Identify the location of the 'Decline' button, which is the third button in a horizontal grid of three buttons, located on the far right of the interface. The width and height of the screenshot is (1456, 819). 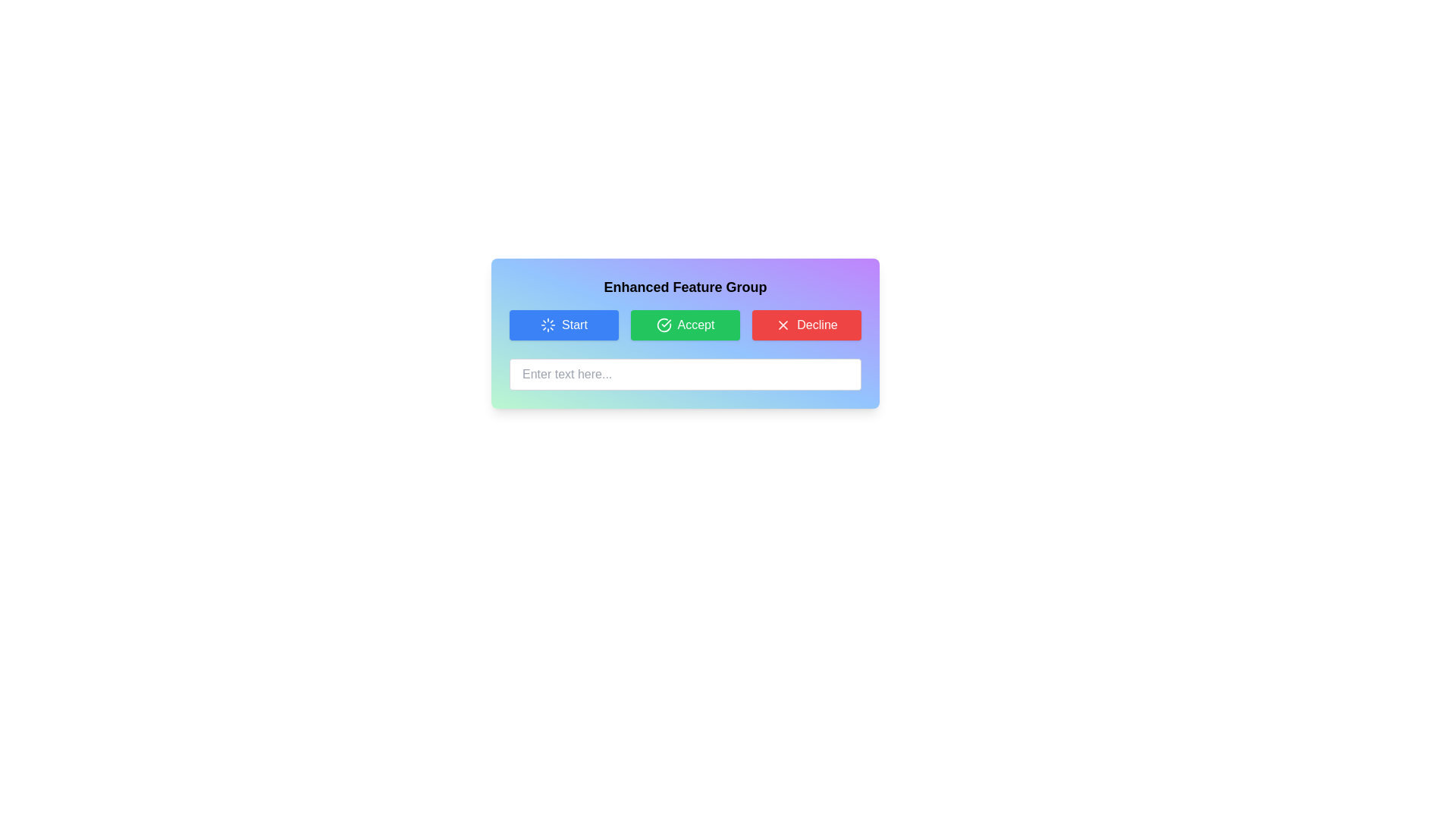
(806, 324).